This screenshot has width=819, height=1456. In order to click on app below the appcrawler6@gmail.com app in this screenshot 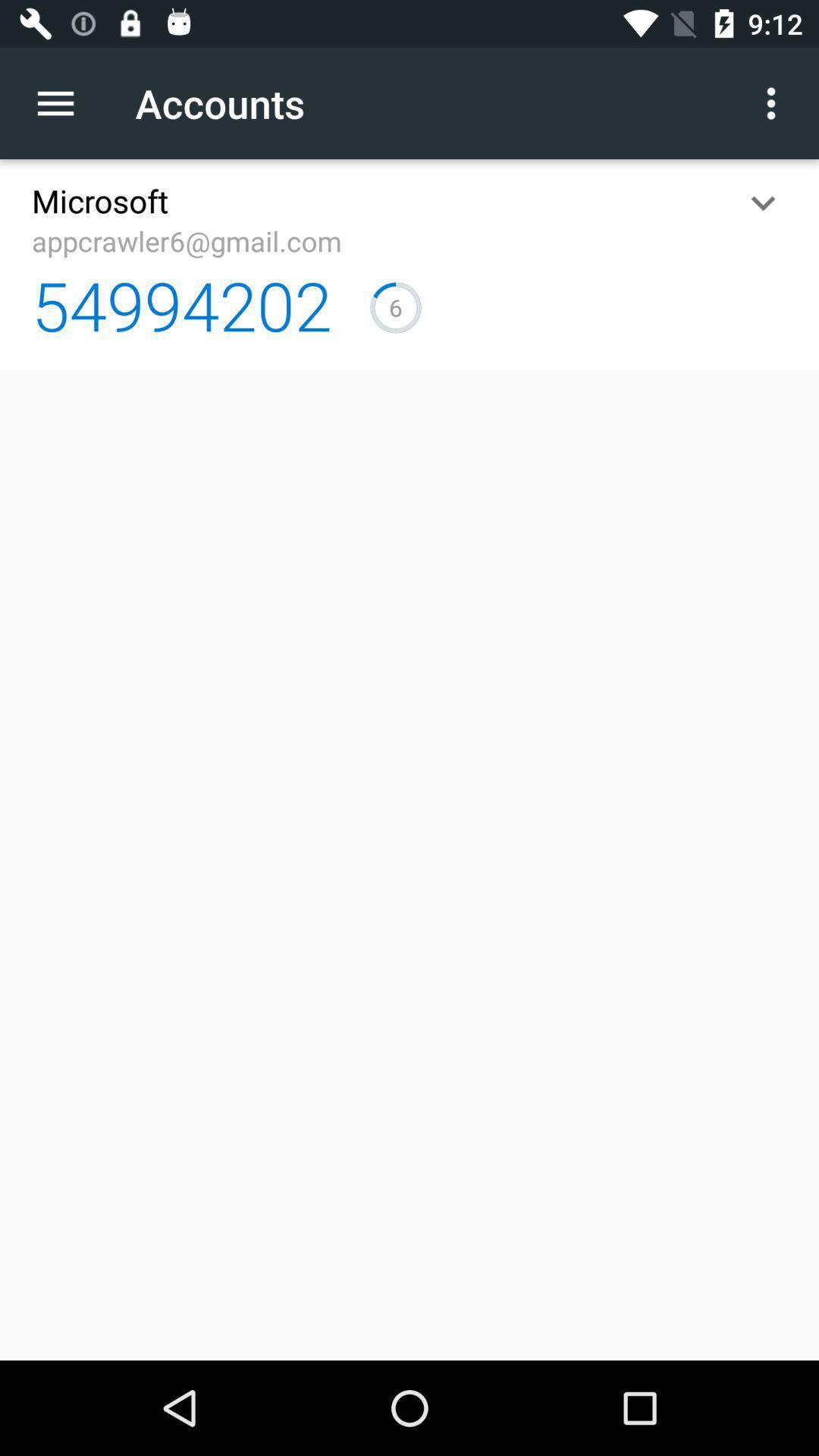, I will do `click(180, 304)`.